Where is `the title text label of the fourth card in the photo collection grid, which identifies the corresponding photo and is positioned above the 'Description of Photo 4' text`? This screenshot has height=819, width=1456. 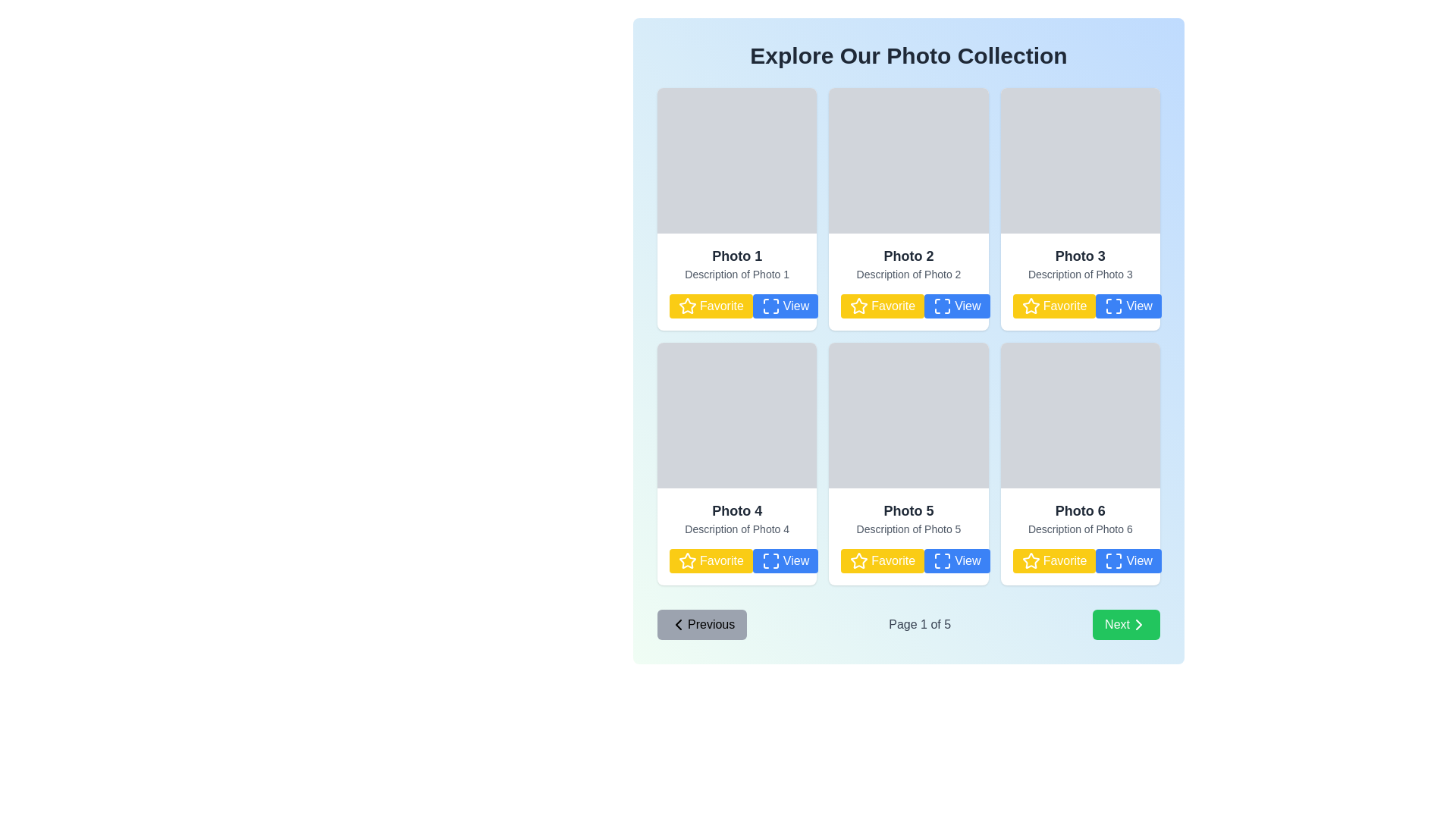 the title text label of the fourth card in the photo collection grid, which identifies the corresponding photo and is positioned above the 'Description of Photo 4' text is located at coordinates (737, 511).